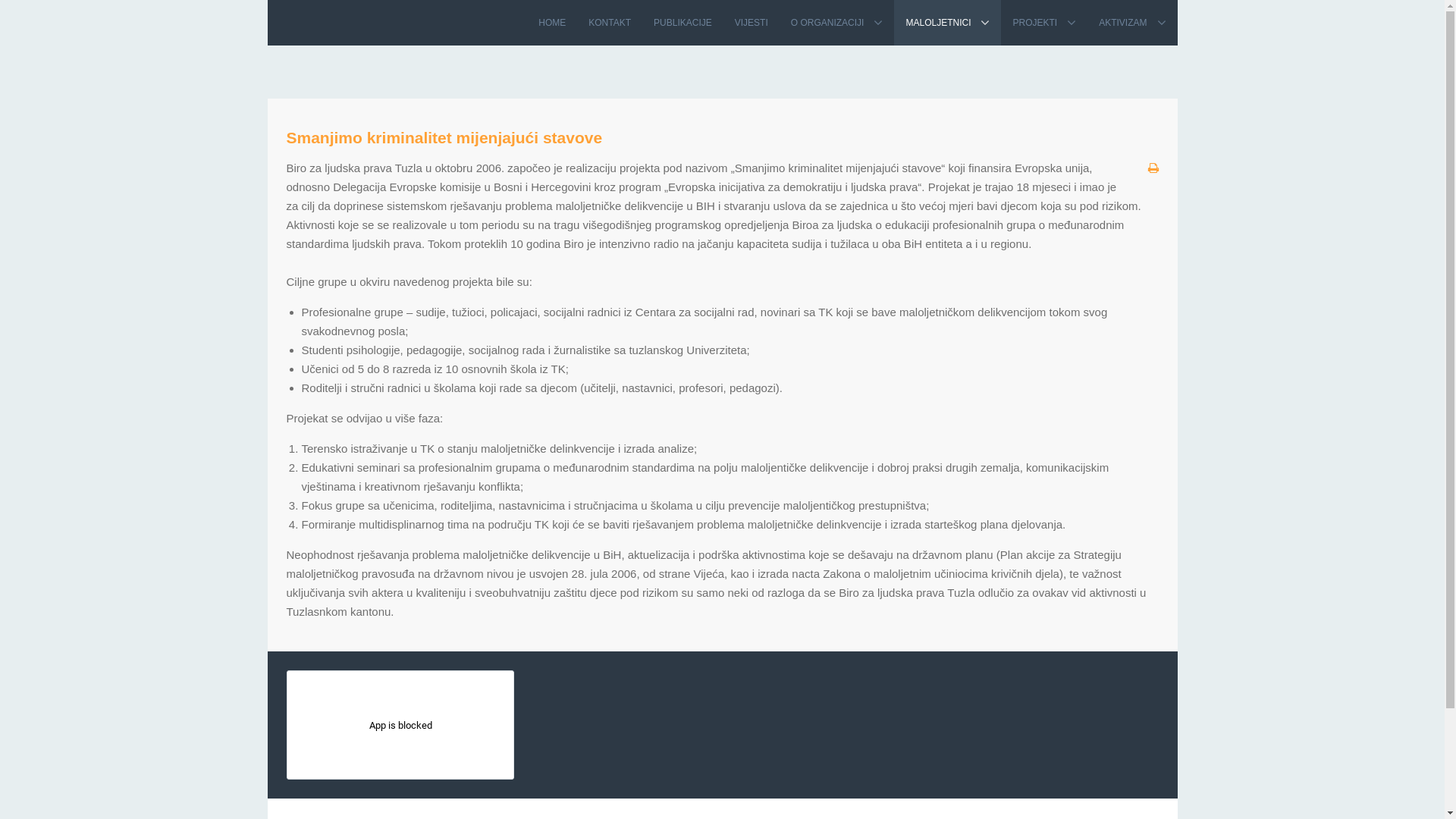  I want to click on 'VIJESTI', so click(751, 23).